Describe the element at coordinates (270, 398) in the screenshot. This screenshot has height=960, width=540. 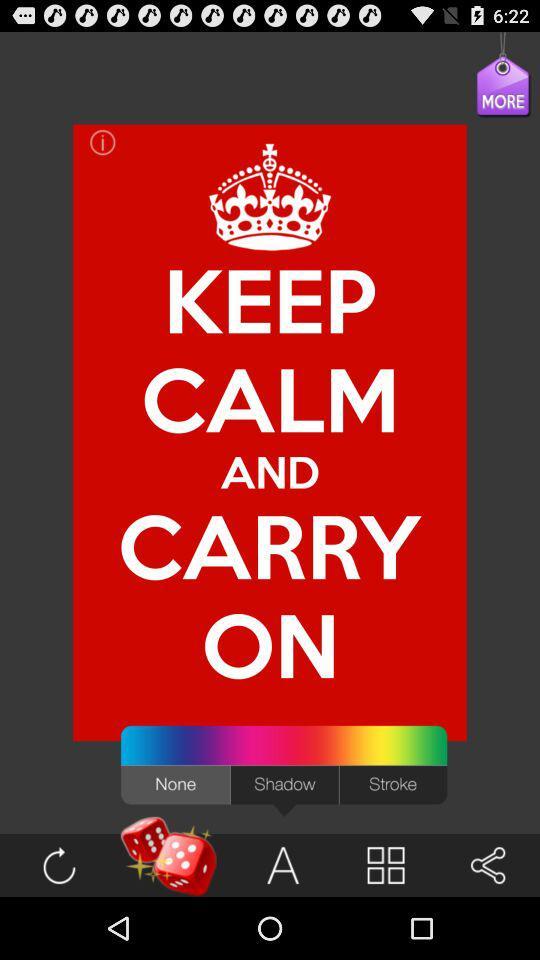
I see `icon above the carry item` at that location.